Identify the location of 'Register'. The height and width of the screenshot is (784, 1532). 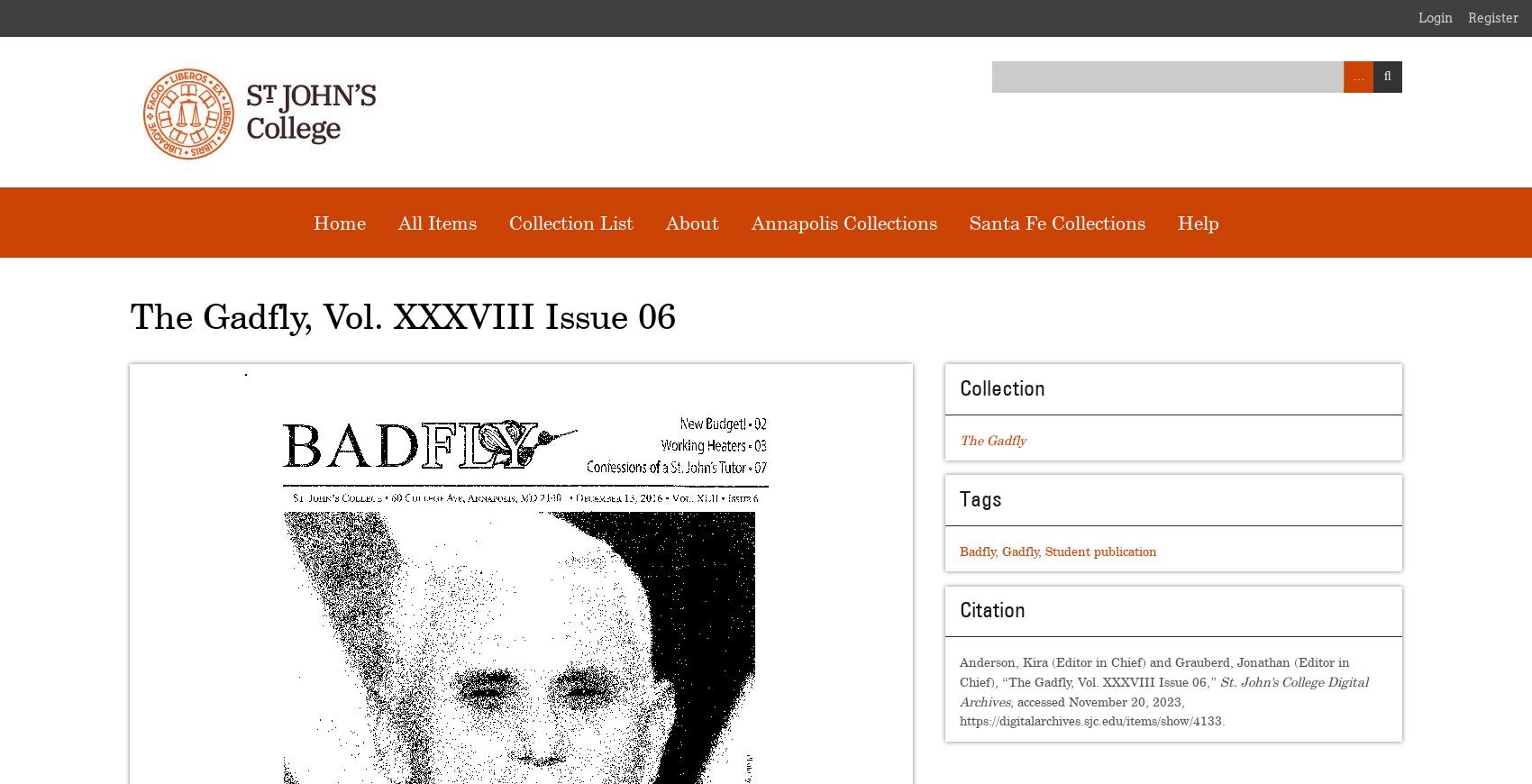
(1492, 17).